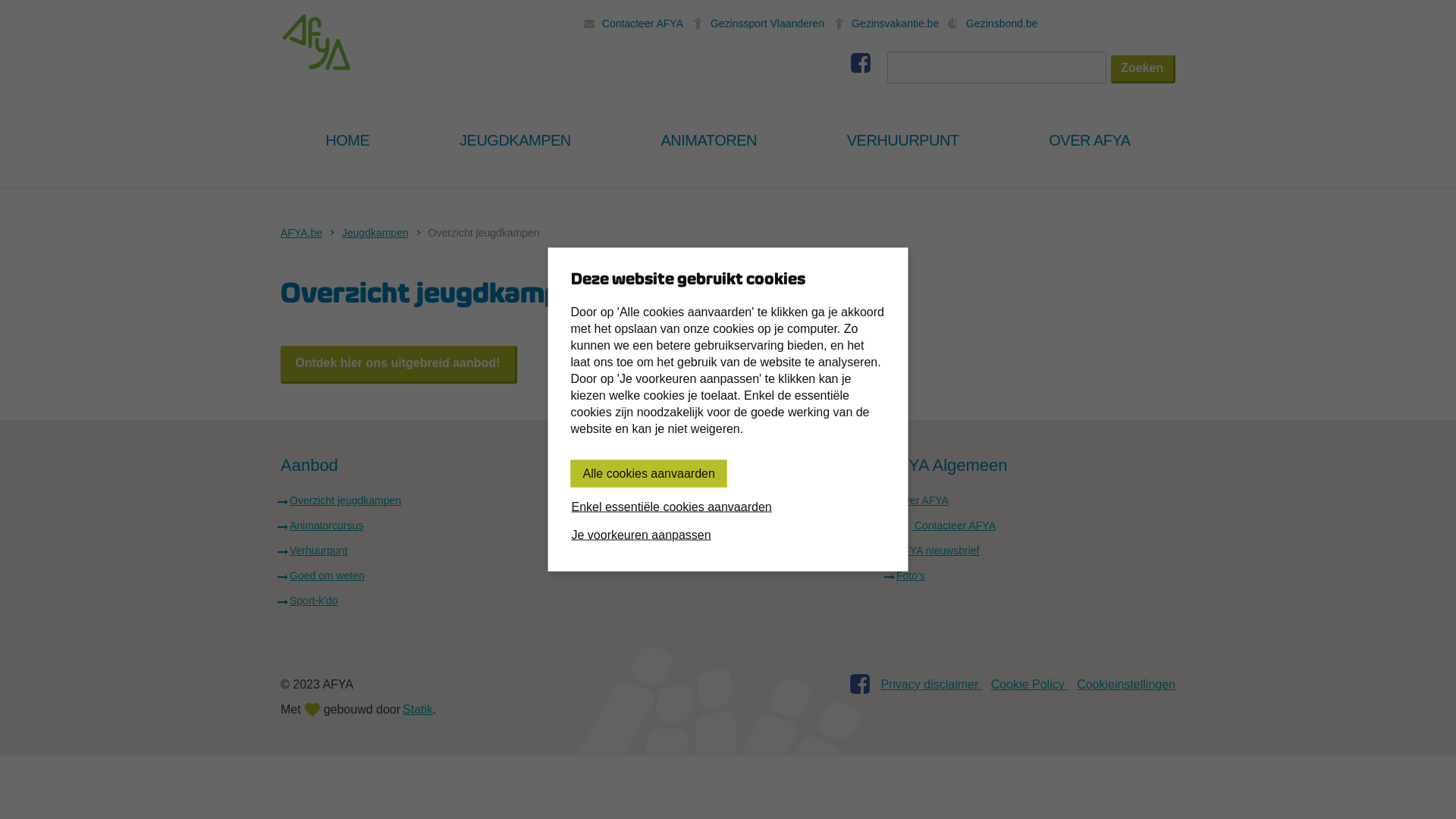  I want to click on 'Je voorkeuren aanpassen', so click(570, 534).